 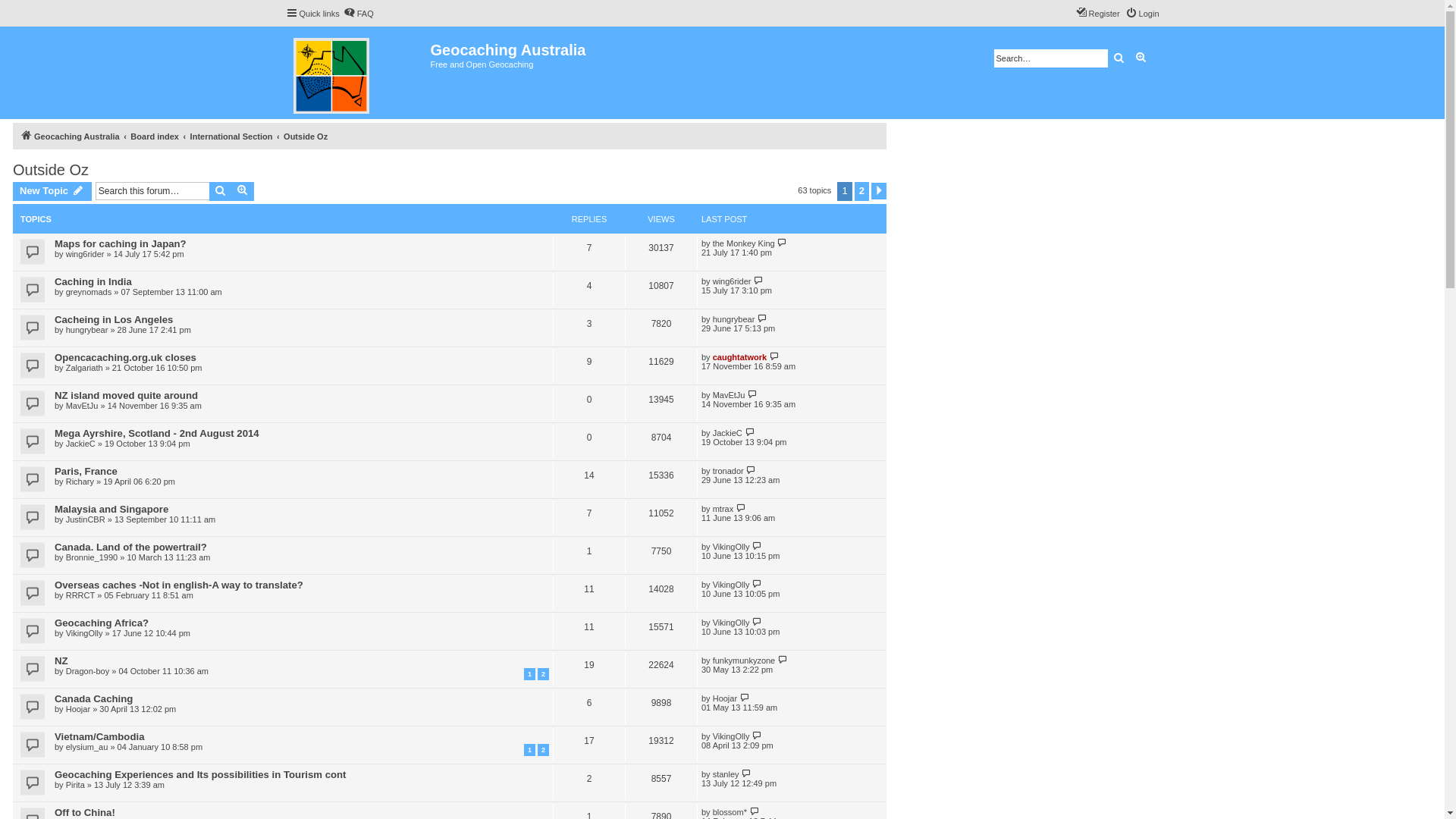 What do you see at coordinates (79, 482) in the screenshot?
I see `'Richary'` at bounding box center [79, 482].